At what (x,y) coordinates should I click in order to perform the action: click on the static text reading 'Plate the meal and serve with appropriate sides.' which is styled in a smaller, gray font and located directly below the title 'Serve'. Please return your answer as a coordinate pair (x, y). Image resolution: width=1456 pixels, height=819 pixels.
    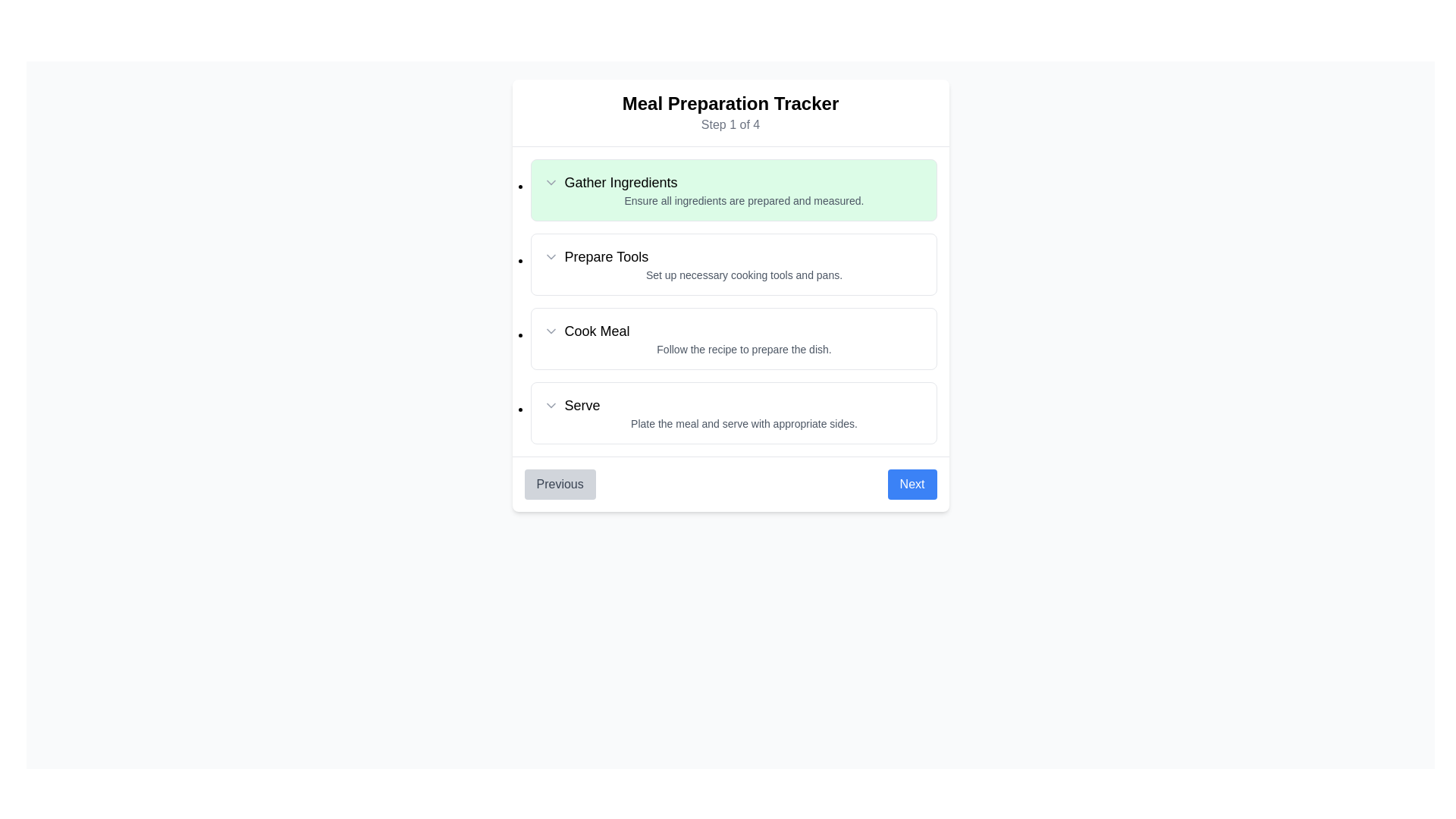
    Looking at the image, I should click on (744, 424).